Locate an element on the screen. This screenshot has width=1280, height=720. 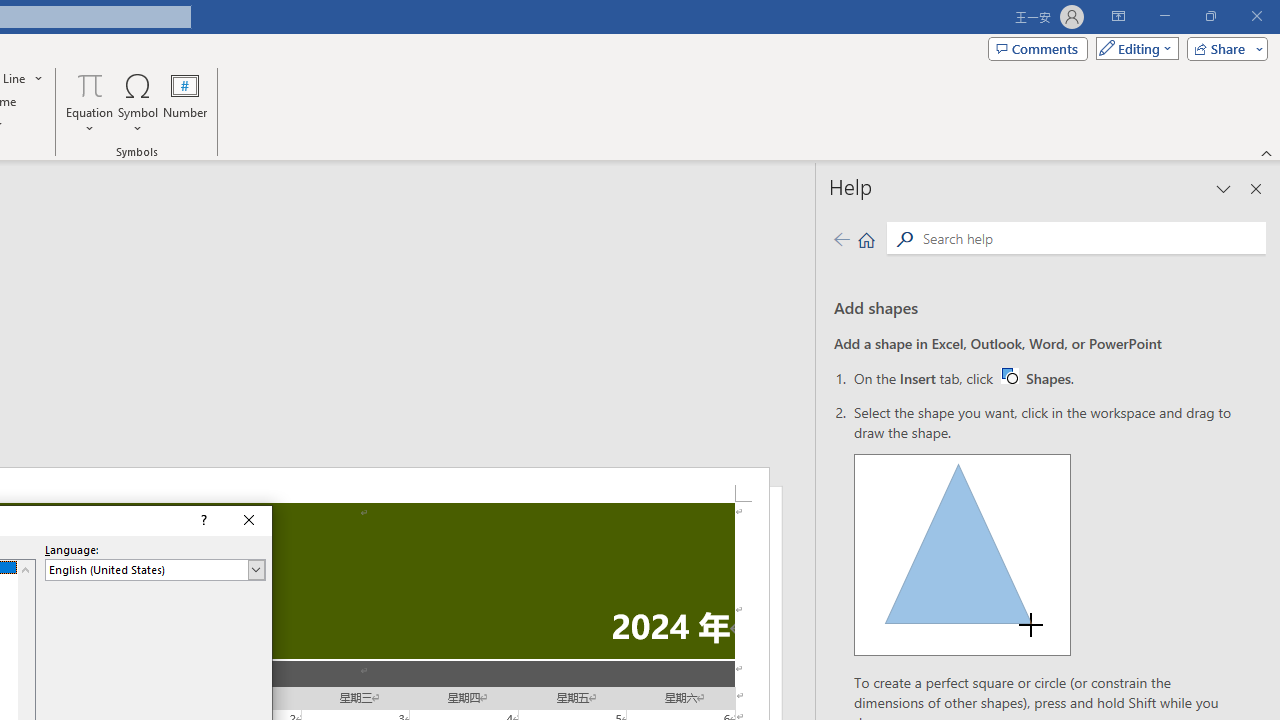
'Number...' is located at coordinates (185, 103).